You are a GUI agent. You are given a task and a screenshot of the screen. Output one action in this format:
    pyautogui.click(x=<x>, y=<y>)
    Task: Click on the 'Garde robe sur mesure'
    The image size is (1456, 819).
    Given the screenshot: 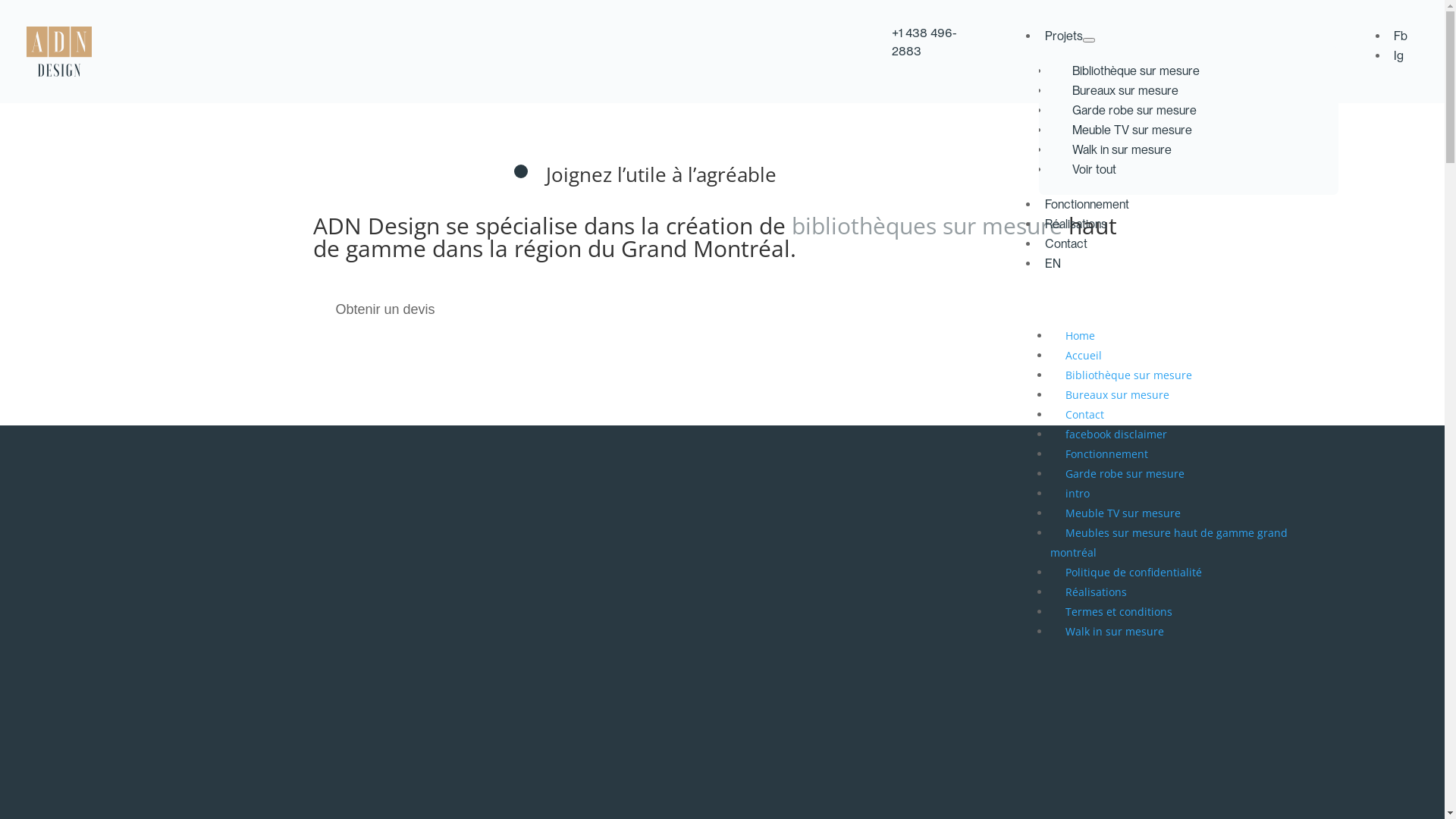 What is the action you would take?
    pyautogui.click(x=1063, y=109)
    